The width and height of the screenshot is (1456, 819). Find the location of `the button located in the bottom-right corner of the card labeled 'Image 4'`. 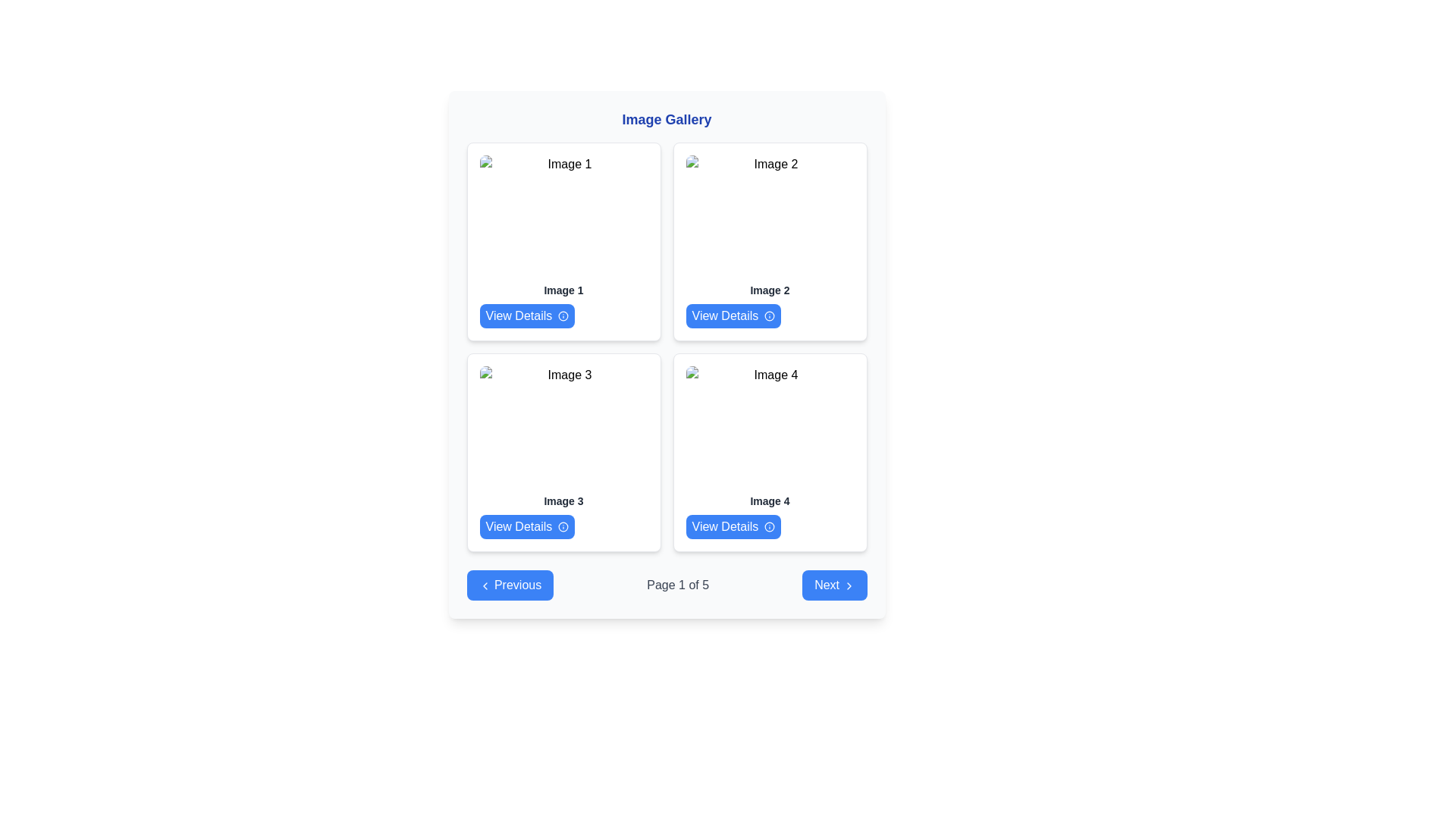

the button located in the bottom-right corner of the card labeled 'Image 4' is located at coordinates (733, 526).